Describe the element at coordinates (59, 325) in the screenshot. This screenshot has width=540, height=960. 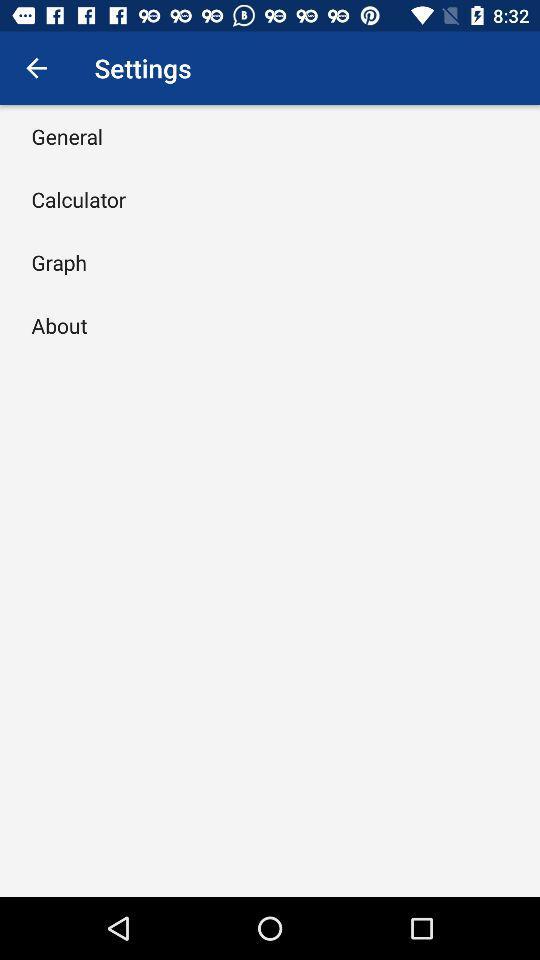
I see `icon on the left` at that location.